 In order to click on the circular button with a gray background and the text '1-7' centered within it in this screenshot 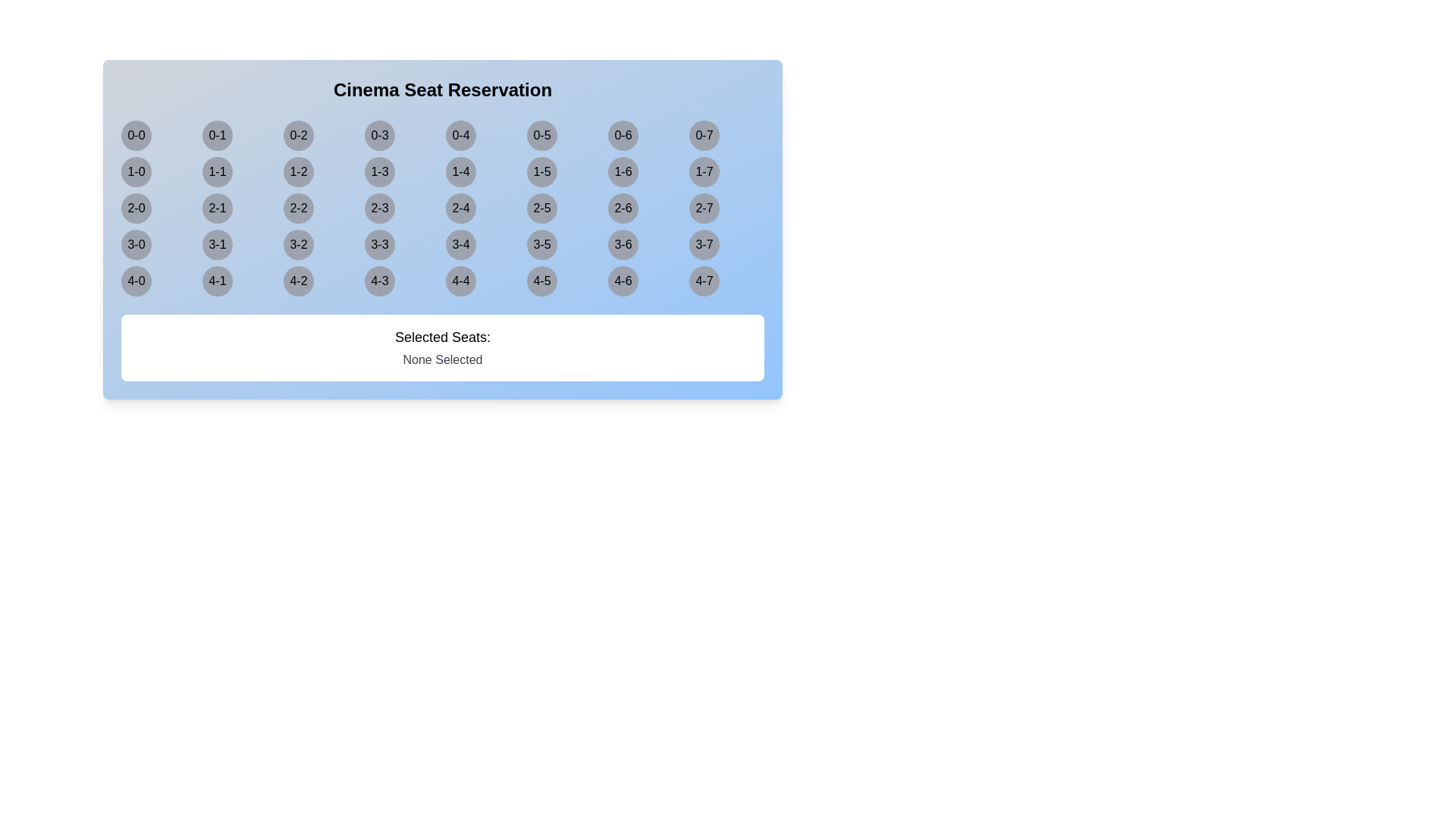, I will do `click(704, 171)`.